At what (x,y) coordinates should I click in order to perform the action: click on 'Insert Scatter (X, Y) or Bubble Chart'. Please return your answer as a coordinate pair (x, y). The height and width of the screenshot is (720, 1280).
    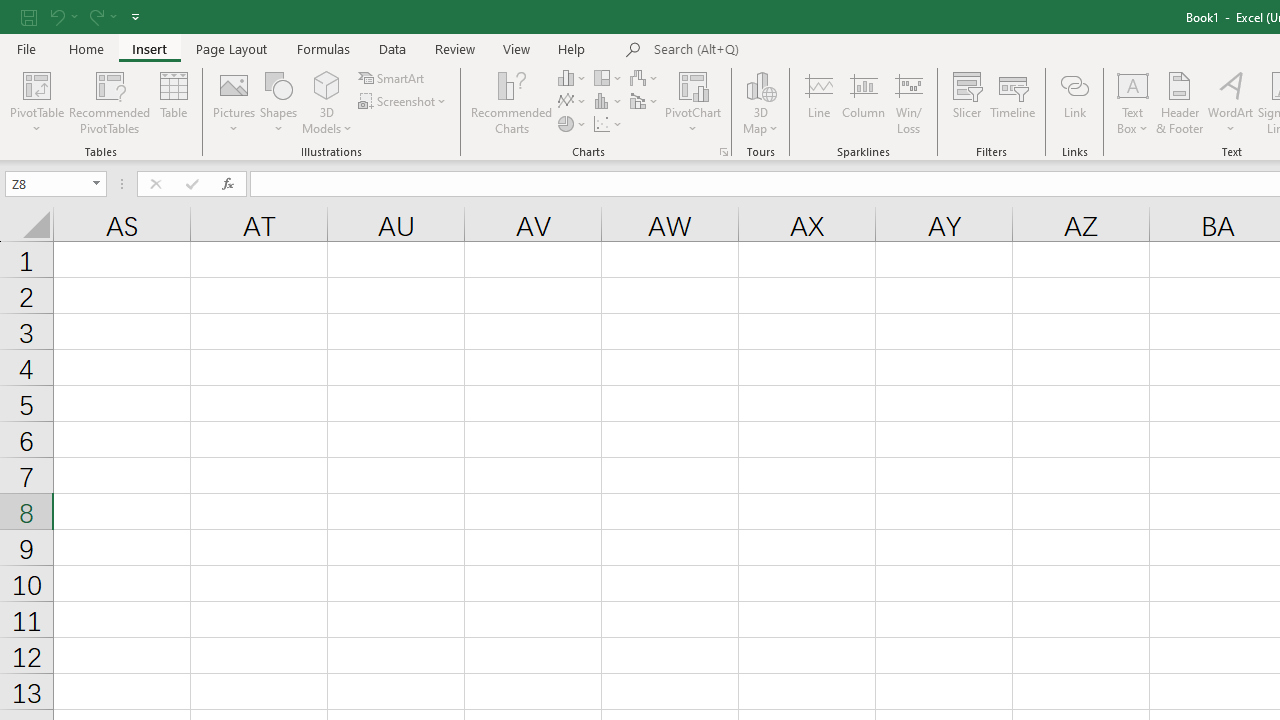
    Looking at the image, I should click on (608, 124).